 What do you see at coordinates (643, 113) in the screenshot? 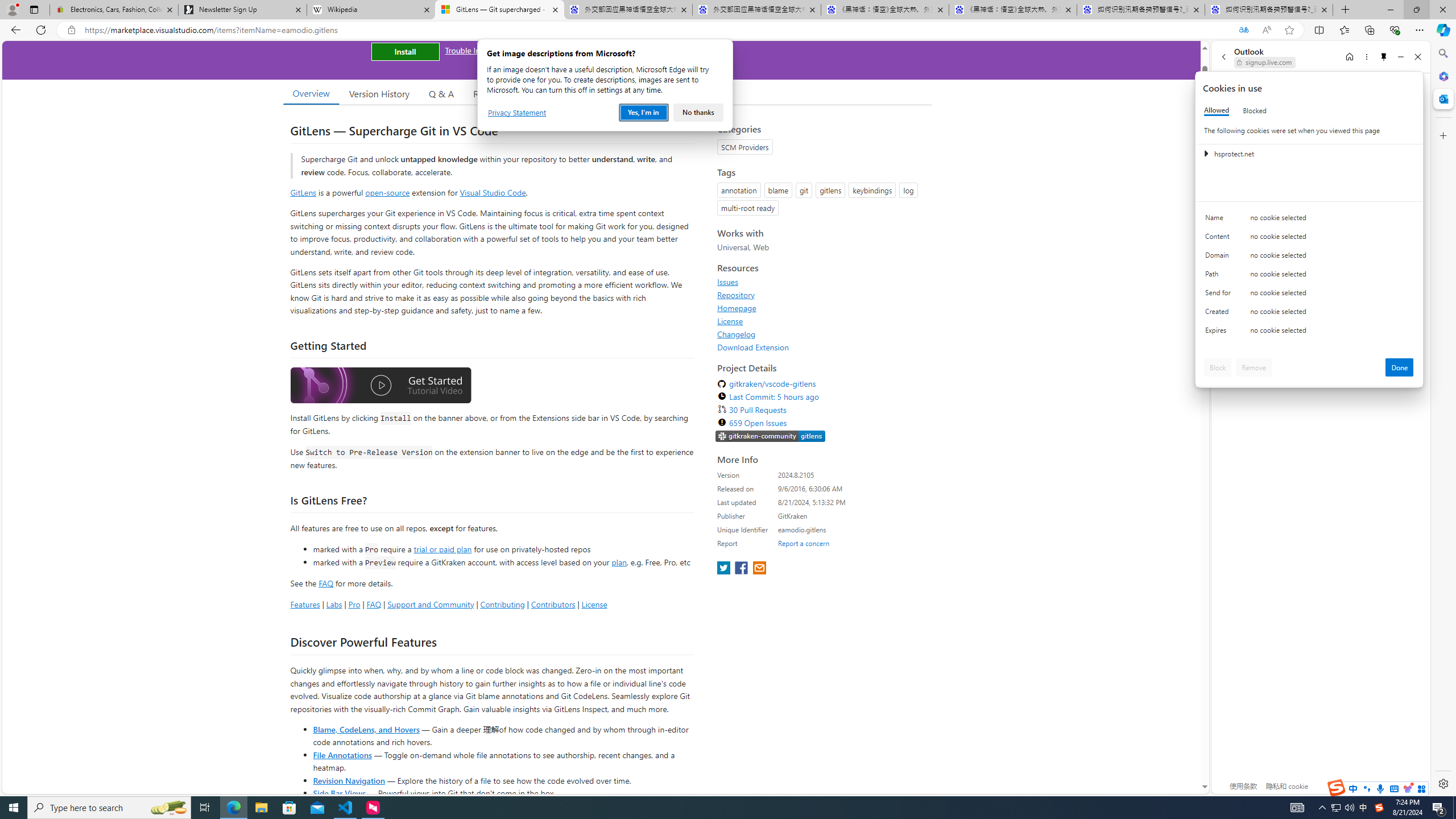
I see `'Yes, I'` at bounding box center [643, 113].